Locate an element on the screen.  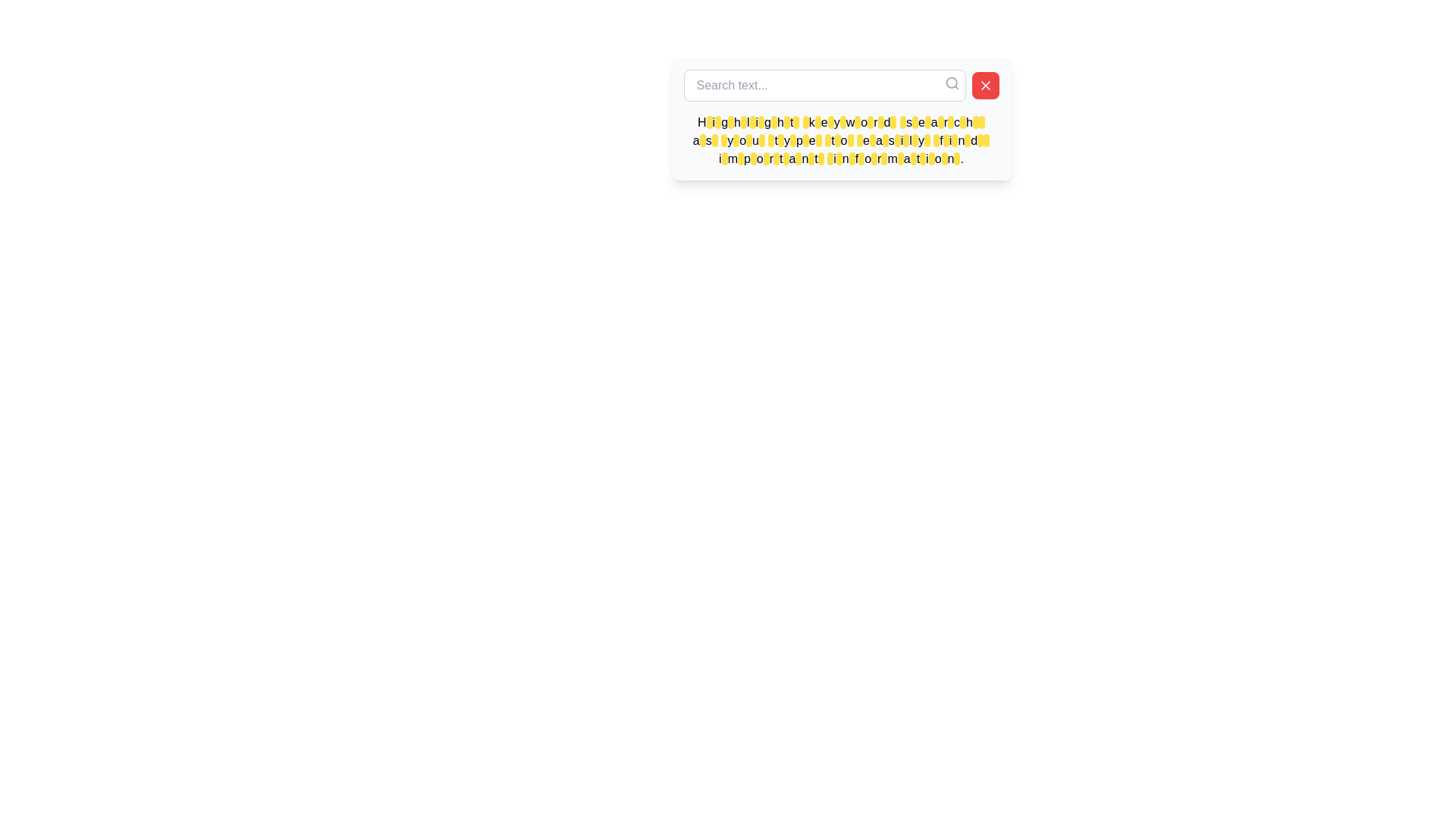
the rightmost yellow-highlighted text marker in the first row of highlights to emphasize specific keywords or phrases is located at coordinates (975, 121).